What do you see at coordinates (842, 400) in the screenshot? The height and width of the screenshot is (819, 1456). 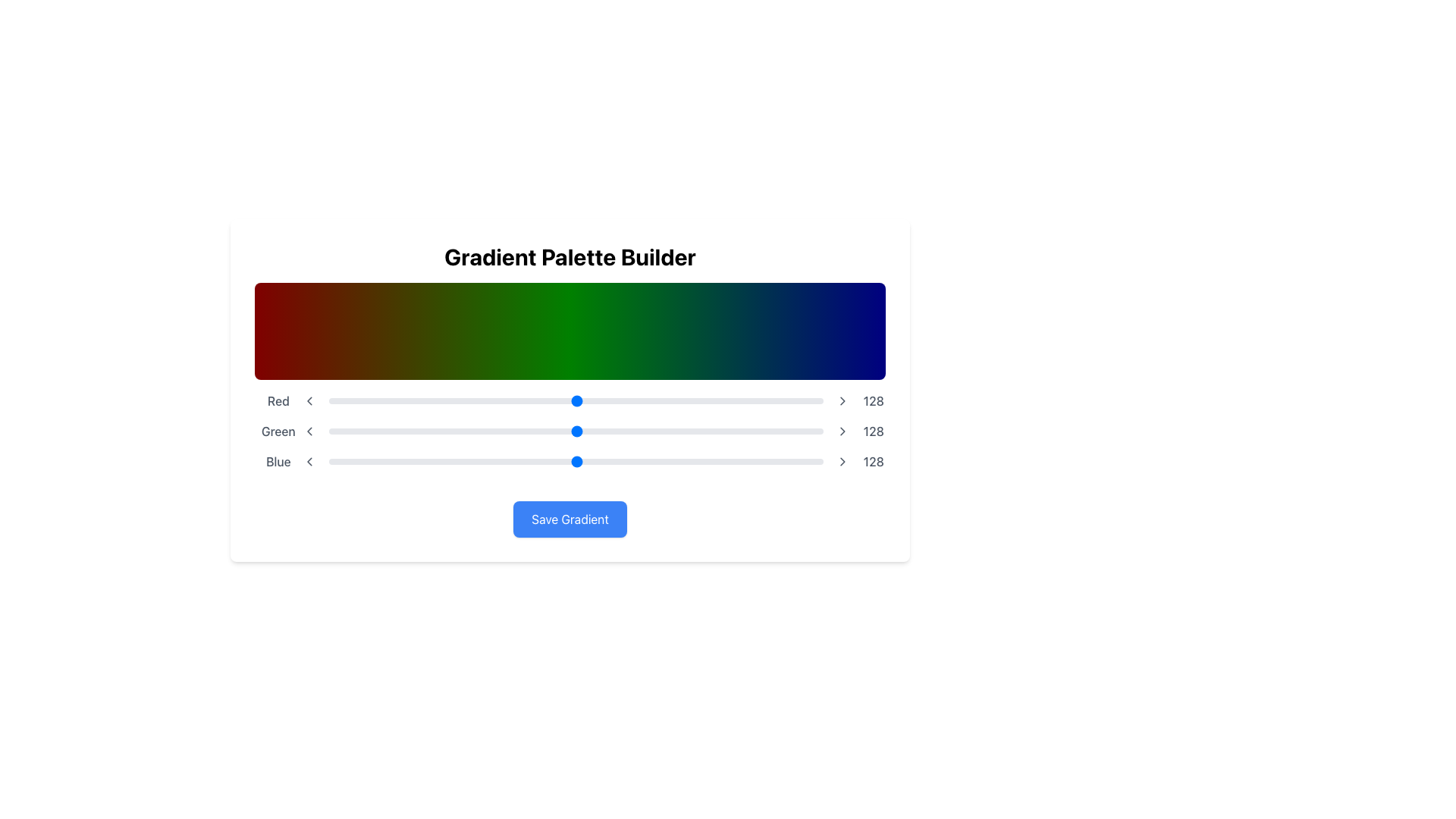 I see `the icon located at the far right of the 'Red' section to increment the value related to the slider` at bounding box center [842, 400].